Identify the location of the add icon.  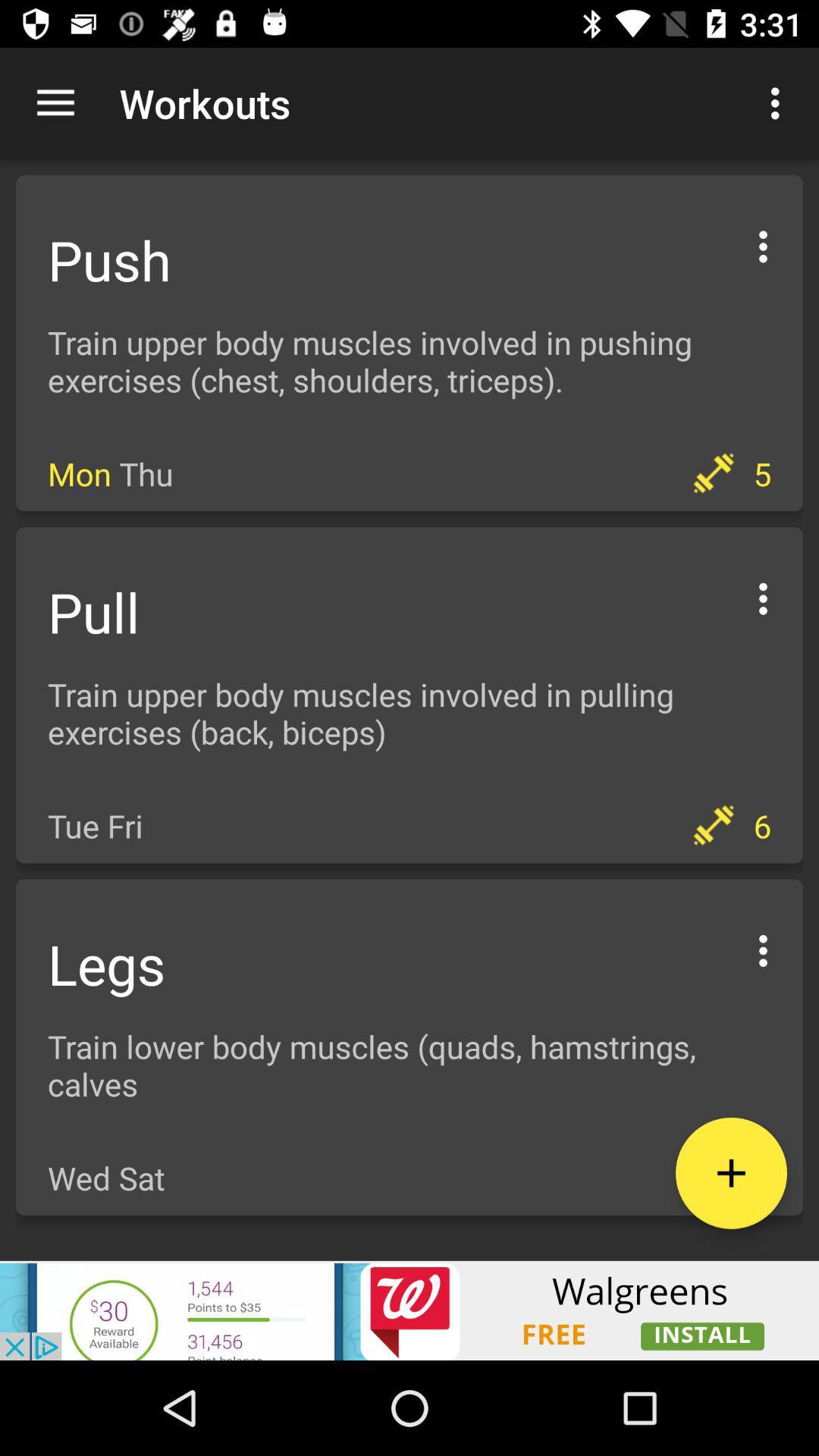
(730, 1172).